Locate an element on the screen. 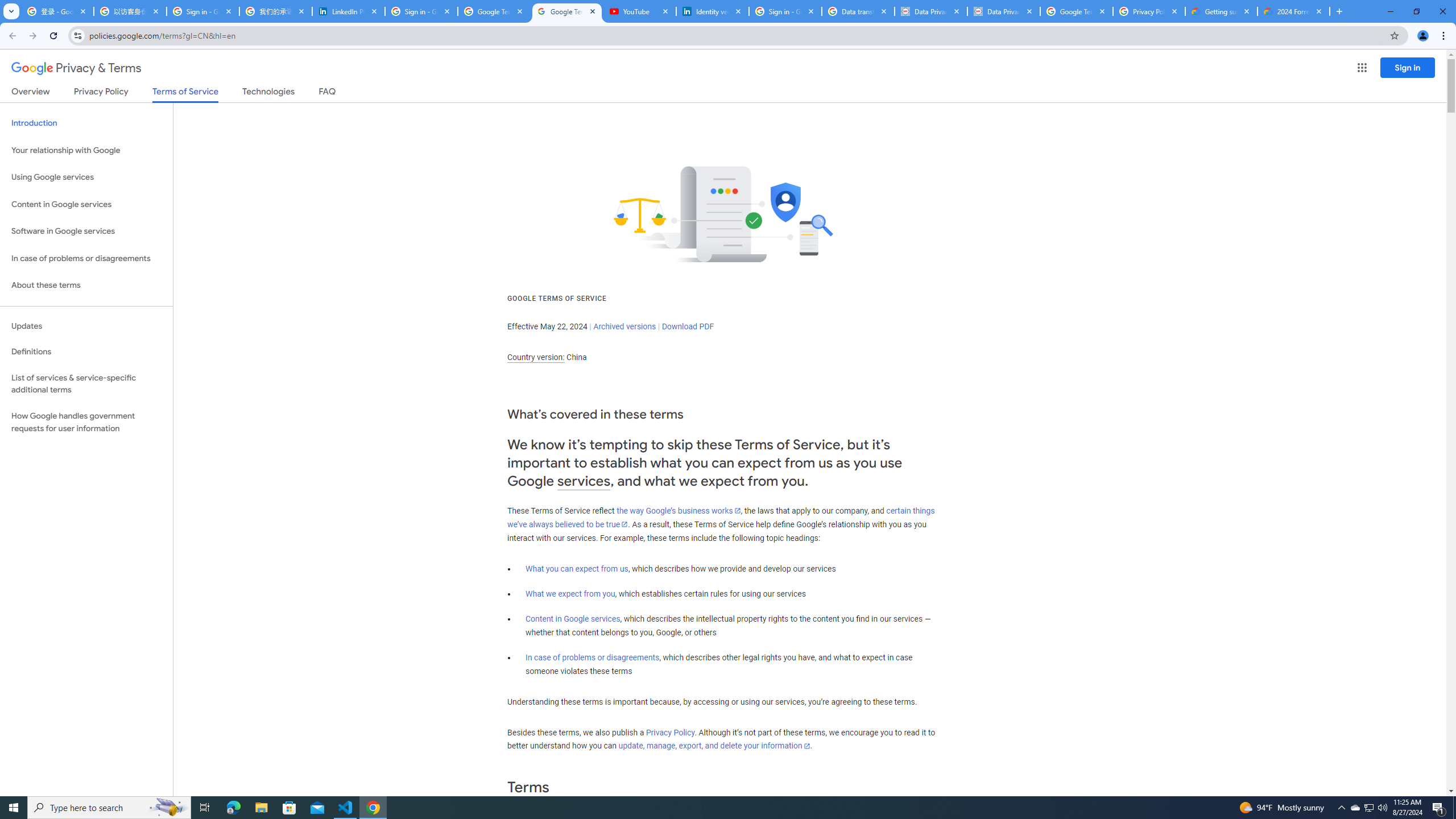 This screenshot has width=1456, height=819. 'Back' is located at coordinates (11, 35).